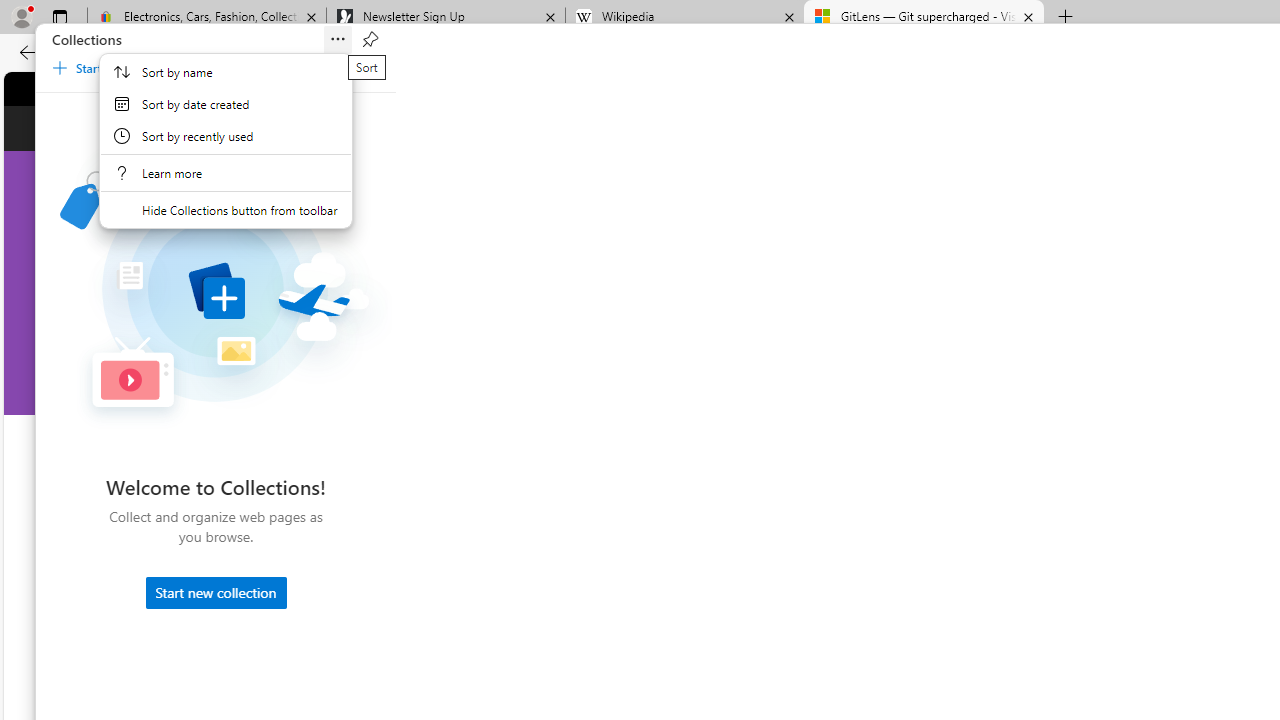  I want to click on 'Start new collection', so click(215, 591).